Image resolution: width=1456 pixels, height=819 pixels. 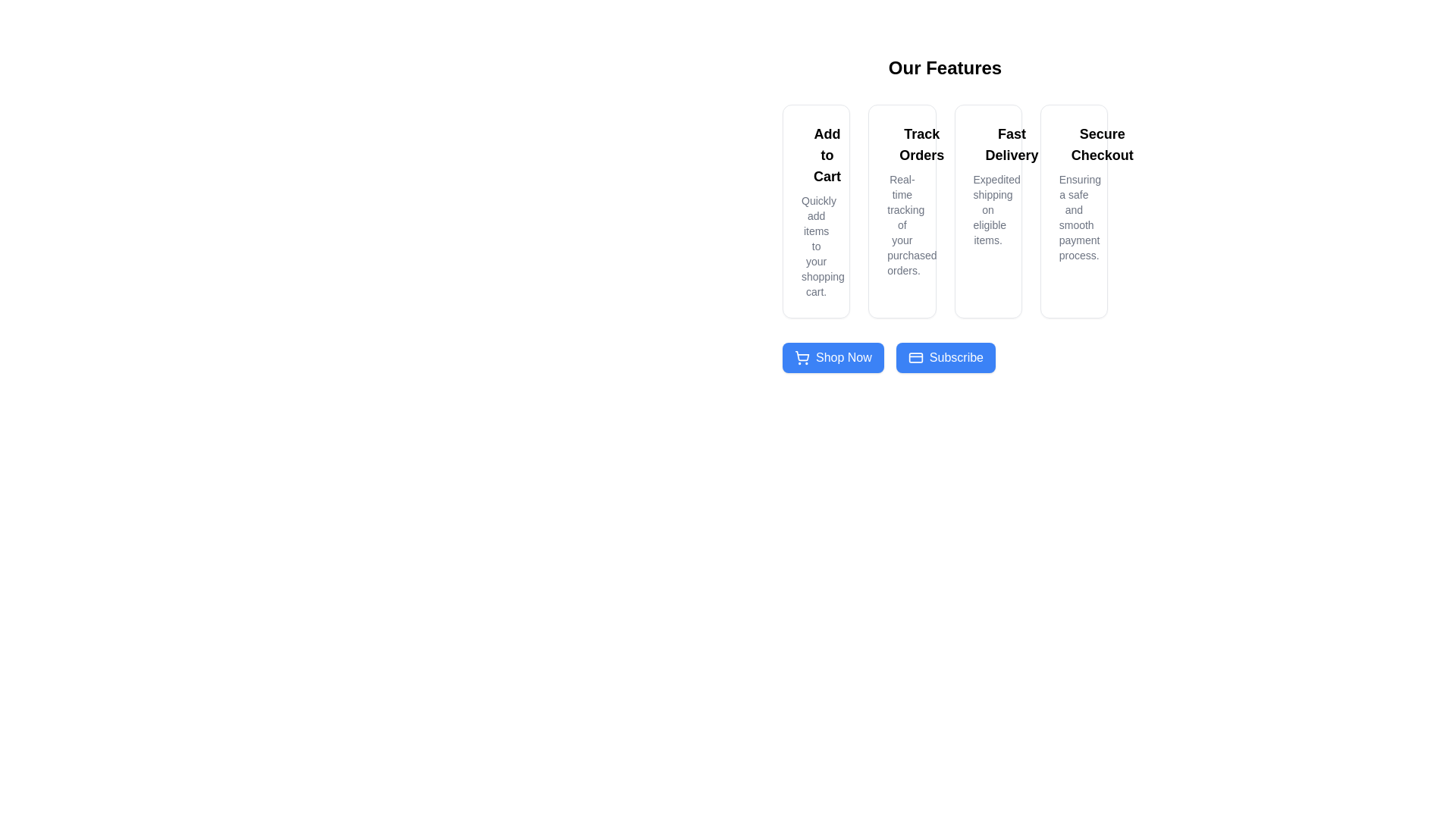 What do you see at coordinates (815, 245) in the screenshot?
I see `the descriptive text element located directly below the 'Add to Cart' header, which provides additional information about the 'Add to Cart' feature` at bounding box center [815, 245].